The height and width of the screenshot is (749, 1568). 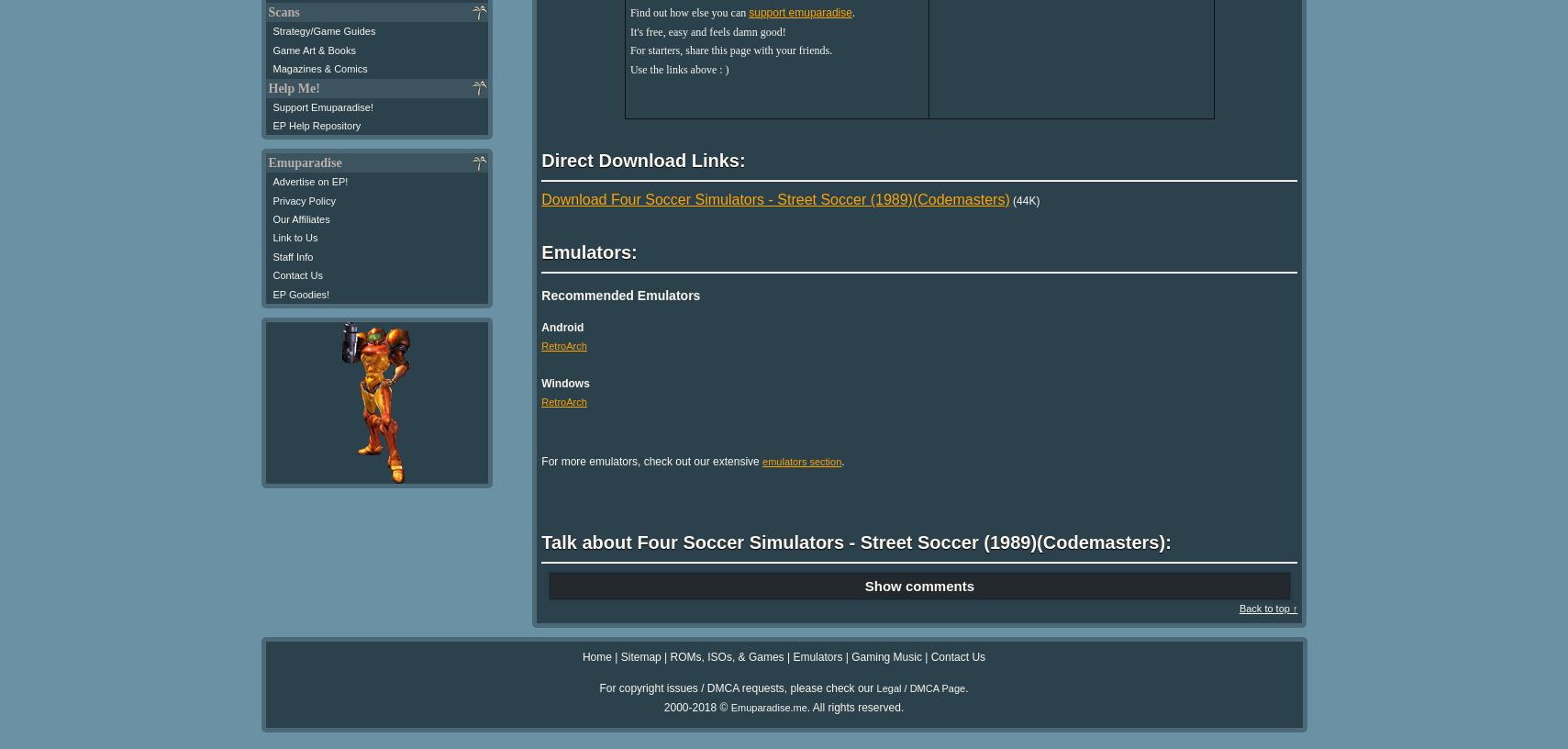 What do you see at coordinates (539, 295) in the screenshot?
I see `'Recommended Emulators'` at bounding box center [539, 295].